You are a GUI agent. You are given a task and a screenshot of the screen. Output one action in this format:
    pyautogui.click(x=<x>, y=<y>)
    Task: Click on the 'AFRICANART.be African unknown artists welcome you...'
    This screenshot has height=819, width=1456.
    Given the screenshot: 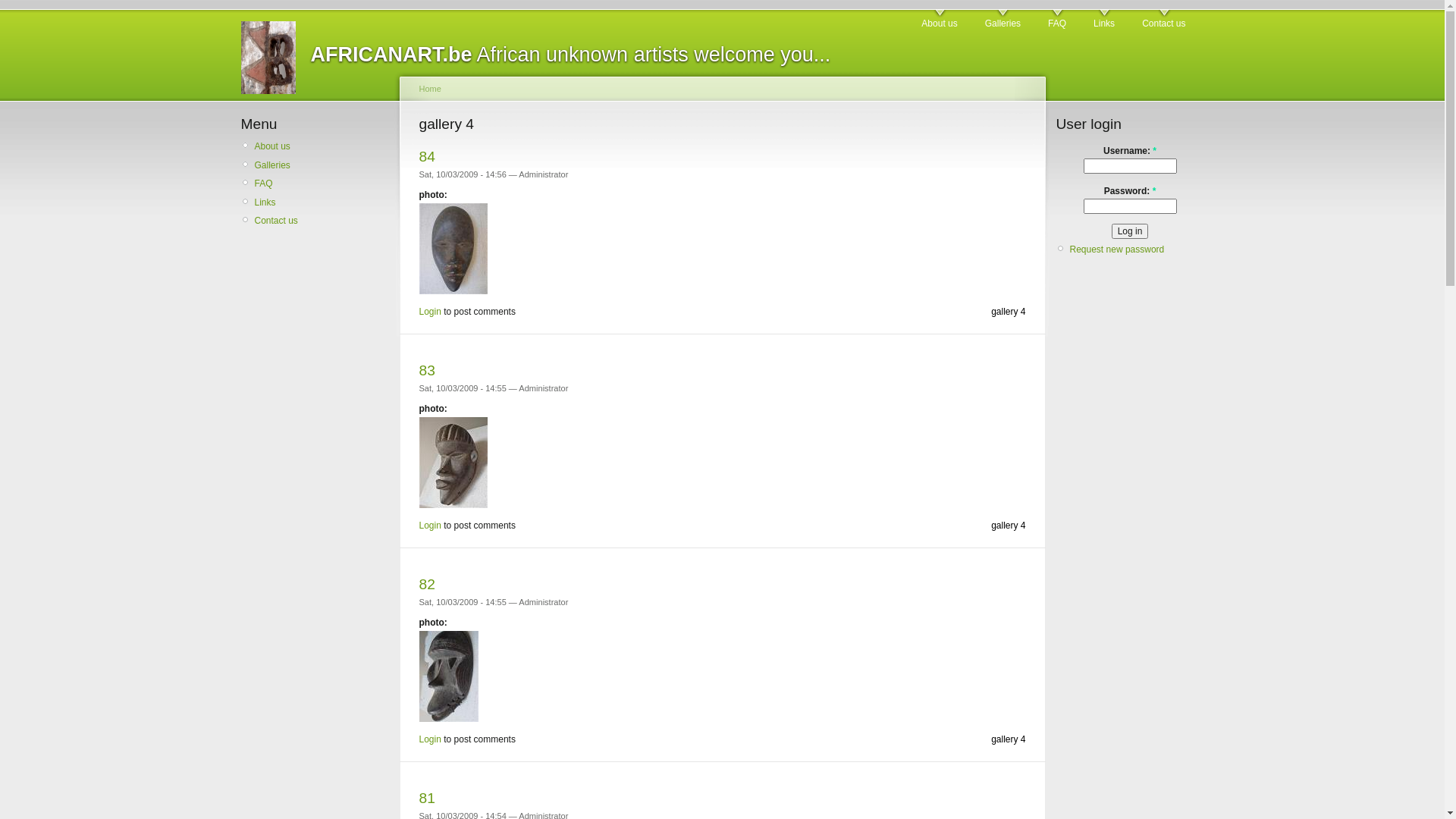 What is the action you would take?
    pyautogui.click(x=570, y=54)
    